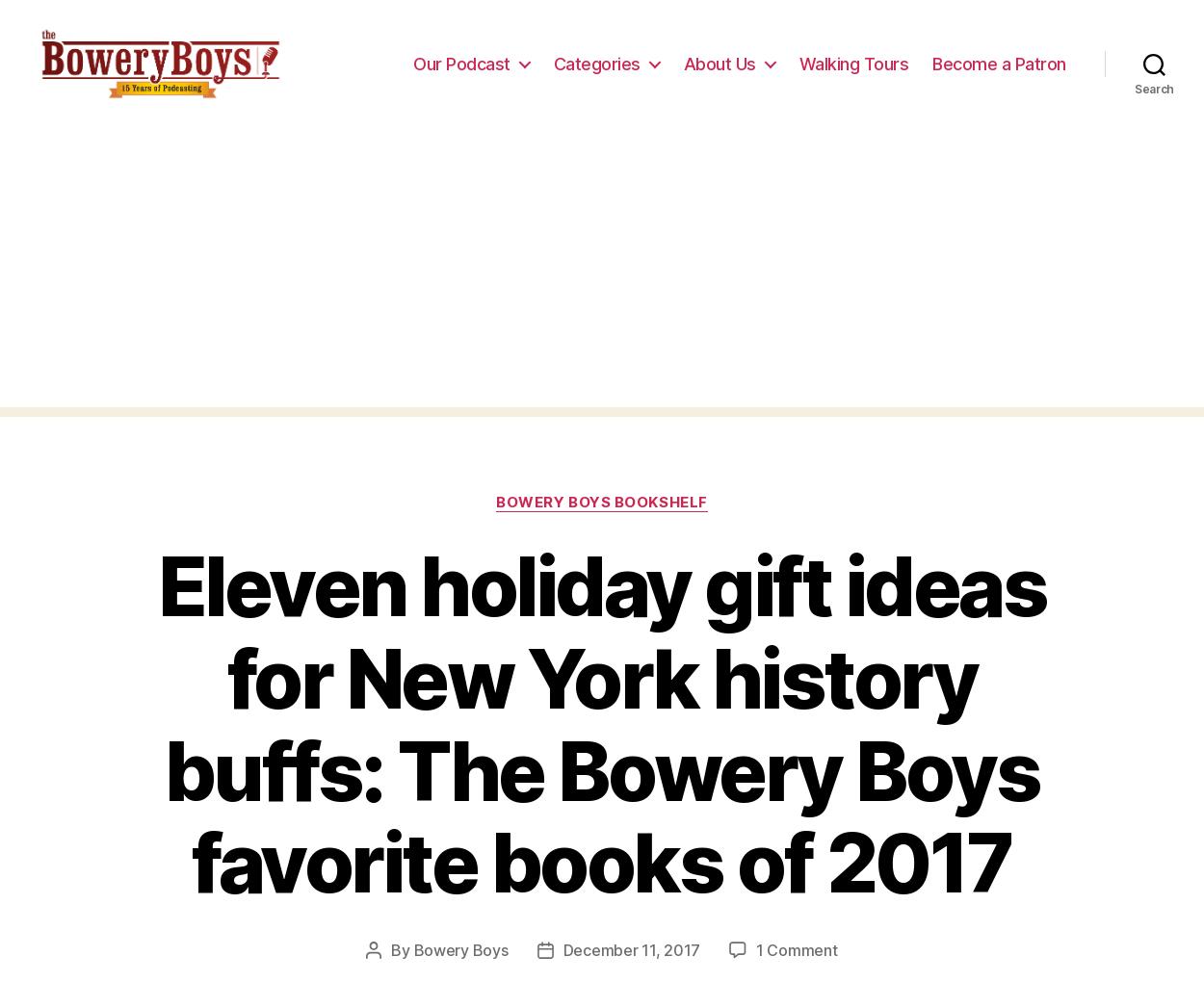 Image resolution: width=1204 pixels, height=982 pixels. I want to click on 'https://uploads.disquscdn.com/images/4db1dd5bfa16619ad757915060869eefcaac790d0d5ec51efe4356ee7ca3cd67.jpg', so click(596, 207).